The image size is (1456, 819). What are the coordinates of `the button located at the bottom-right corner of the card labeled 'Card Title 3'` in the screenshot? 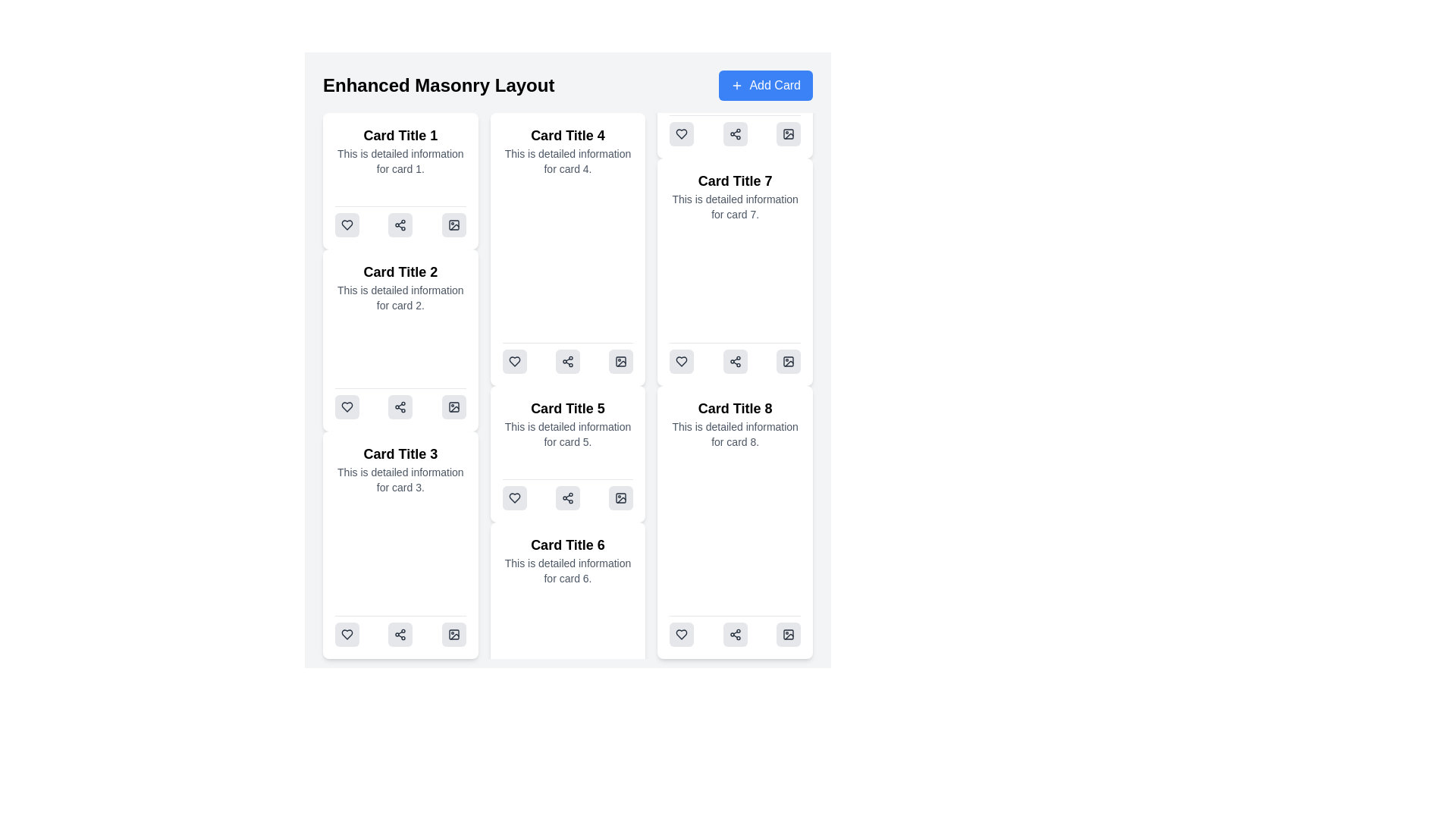 It's located at (453, 406).